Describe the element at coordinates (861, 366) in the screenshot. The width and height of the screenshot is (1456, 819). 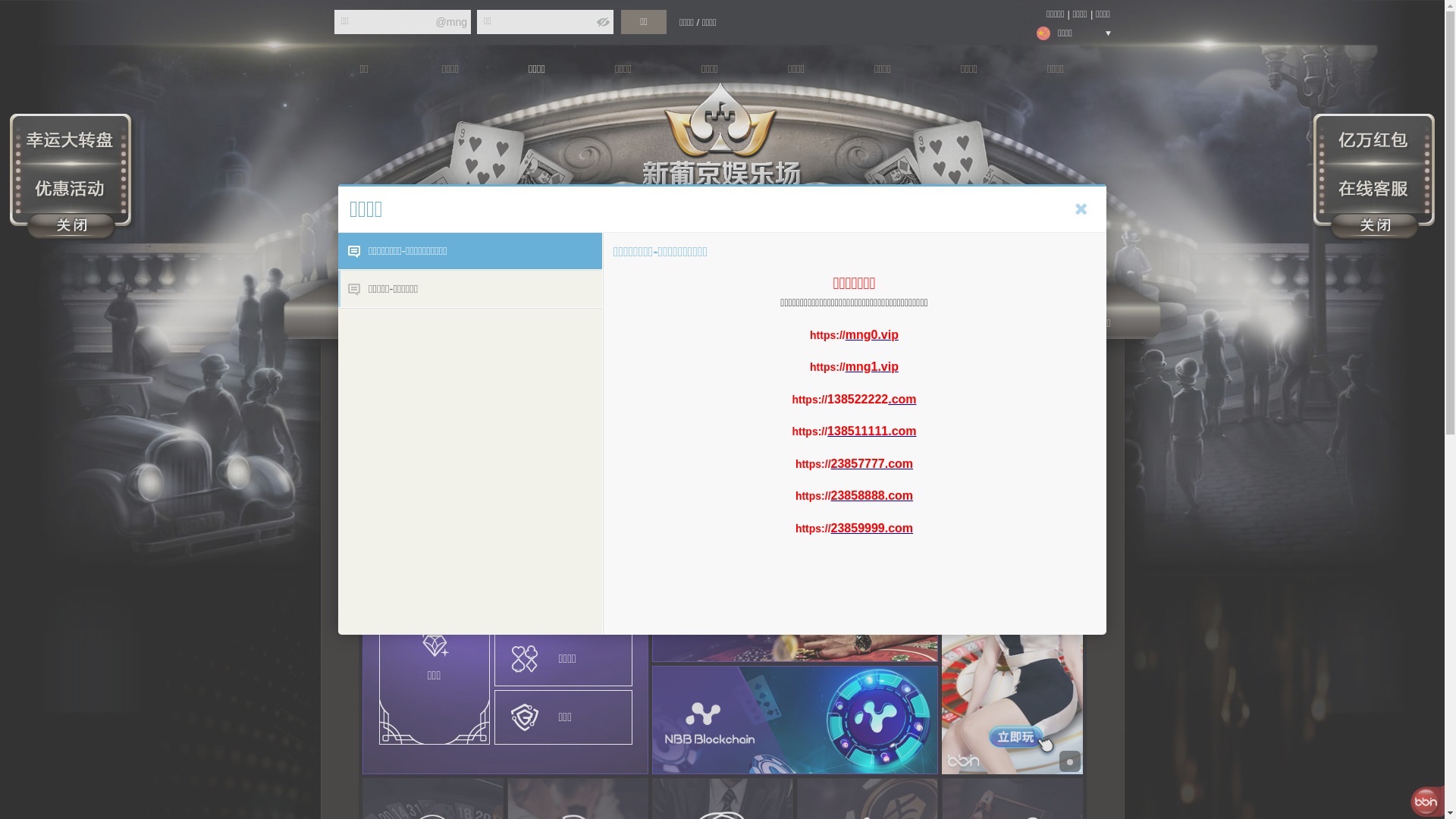
I see `'mng1'` at that location.